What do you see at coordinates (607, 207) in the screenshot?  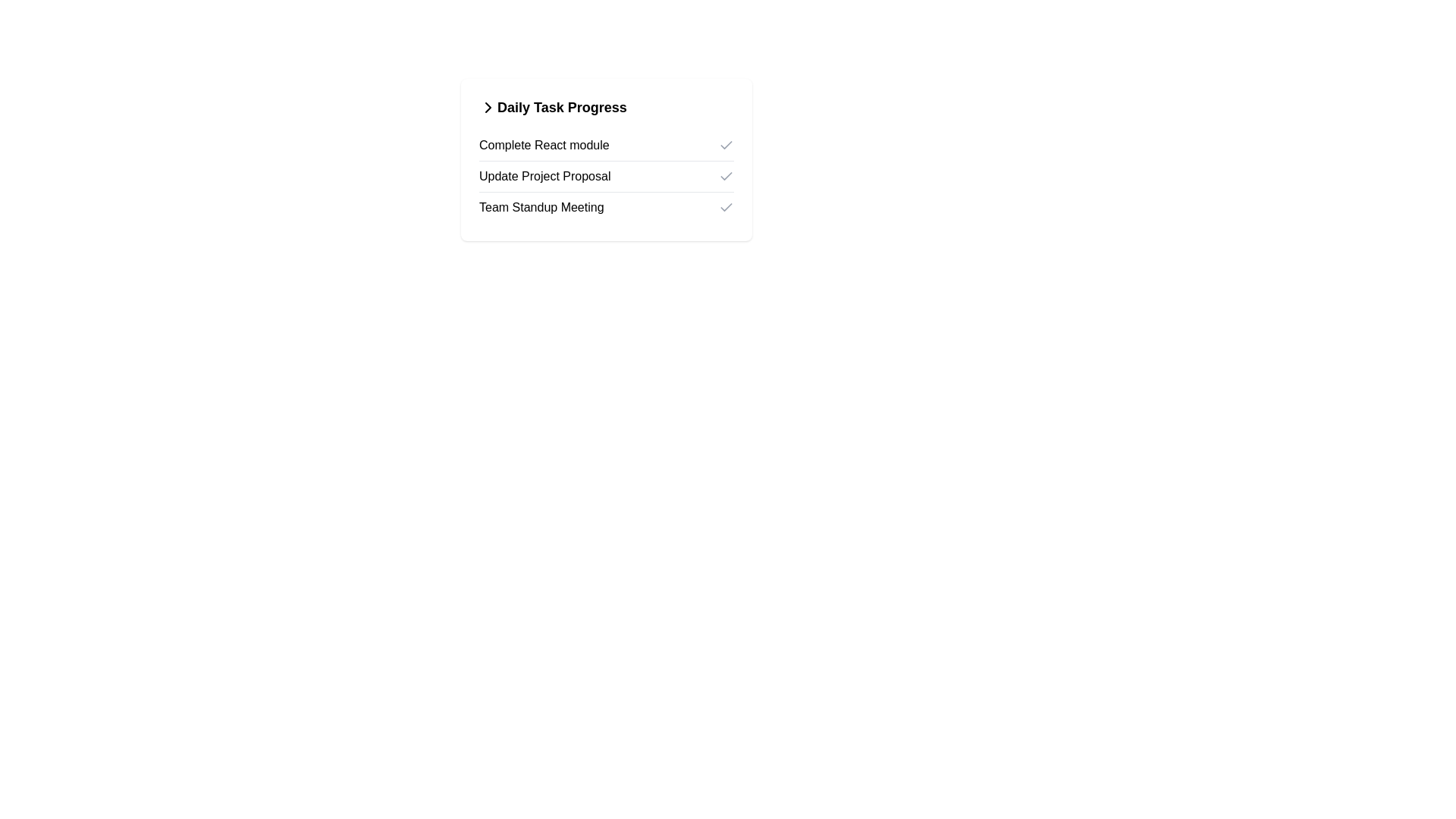 I see `the task item labeled 'Team Standup Meeting'` at bounding box center [607, 207].